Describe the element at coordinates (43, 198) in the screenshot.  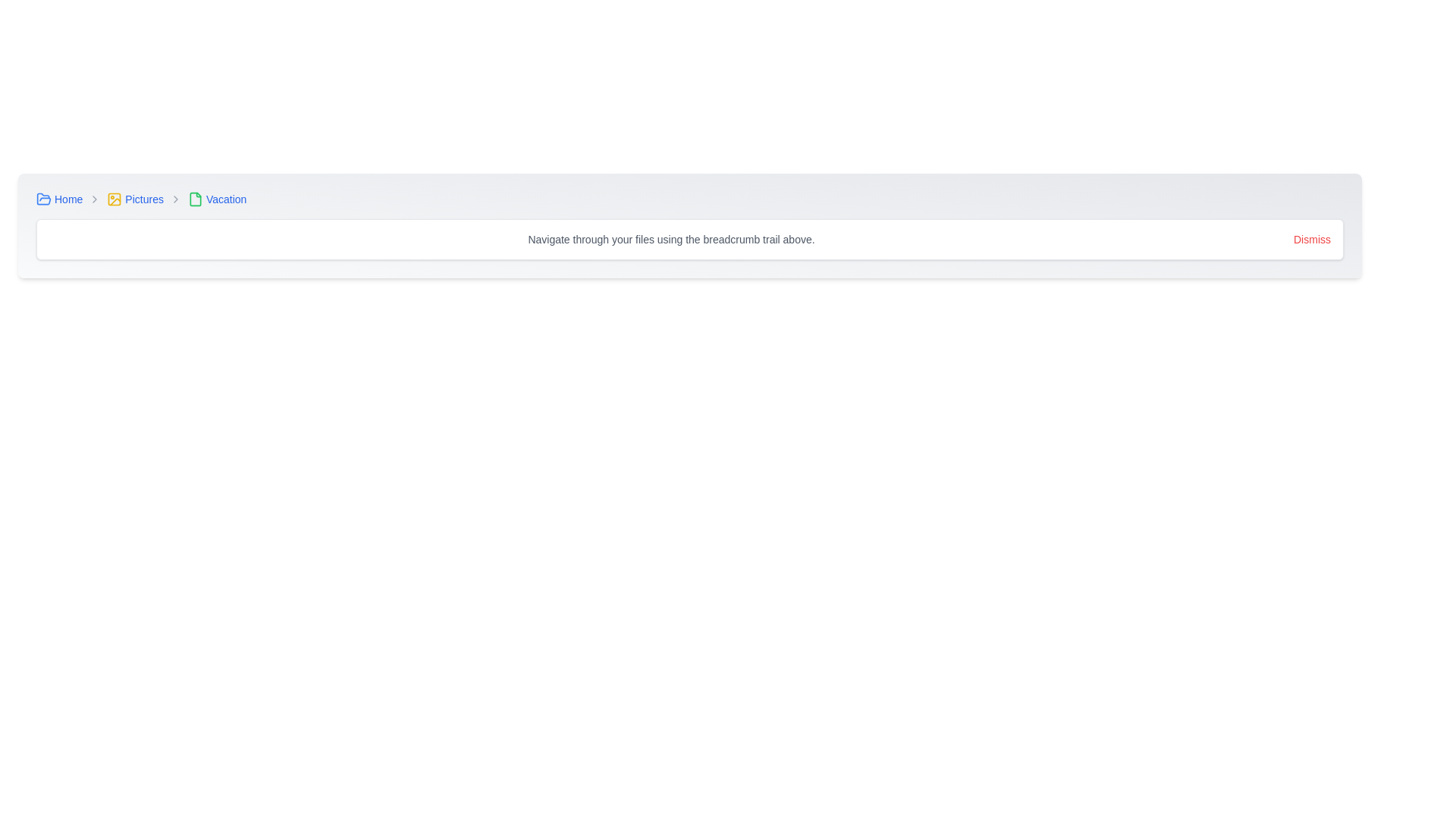
I see `the small, blue-colored folder icon with rounded edges in the breadcrumb navigation bar, located before the 'Home' label` at that location.